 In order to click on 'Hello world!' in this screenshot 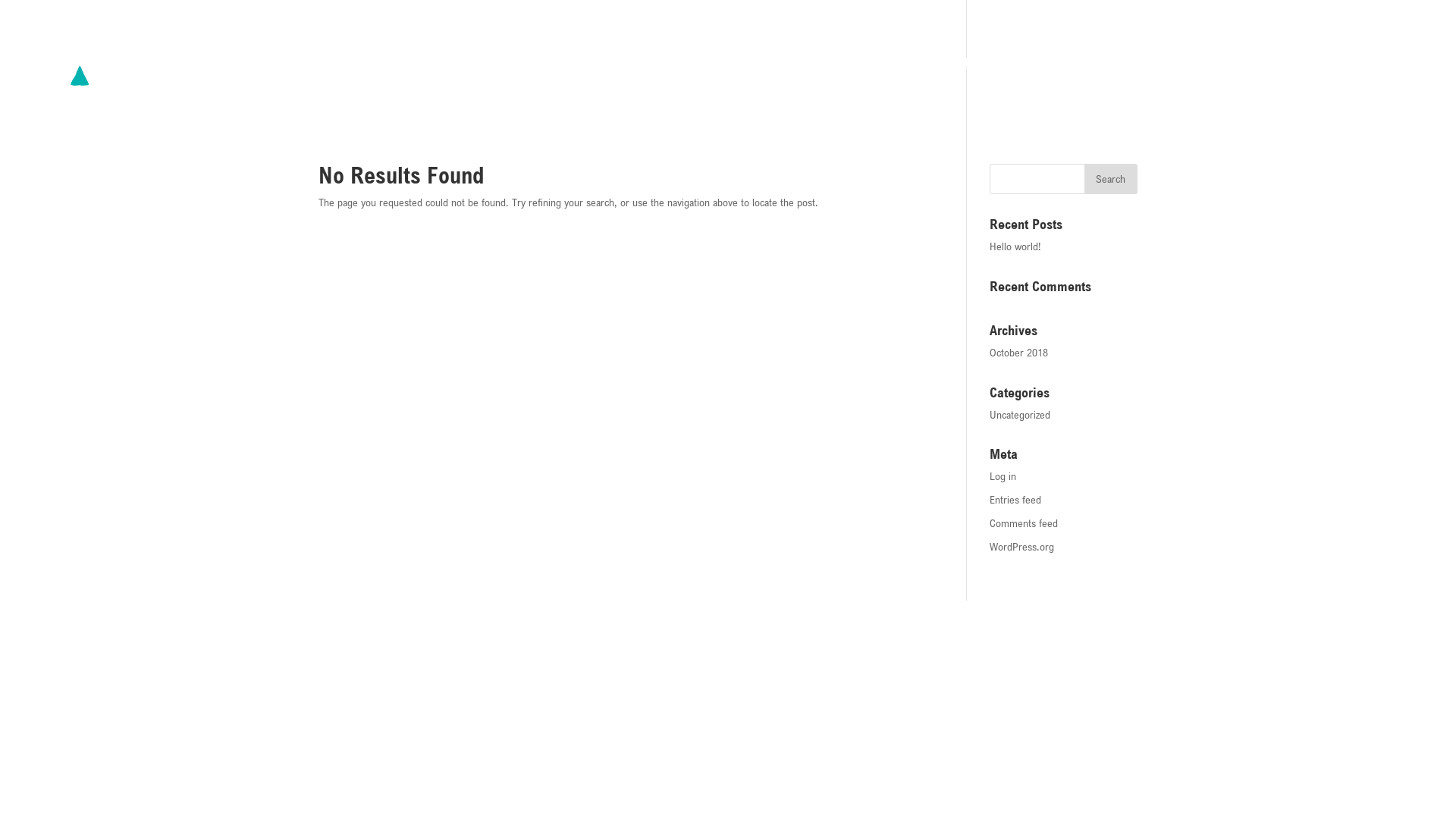, I will do `click(1015, 245)`.